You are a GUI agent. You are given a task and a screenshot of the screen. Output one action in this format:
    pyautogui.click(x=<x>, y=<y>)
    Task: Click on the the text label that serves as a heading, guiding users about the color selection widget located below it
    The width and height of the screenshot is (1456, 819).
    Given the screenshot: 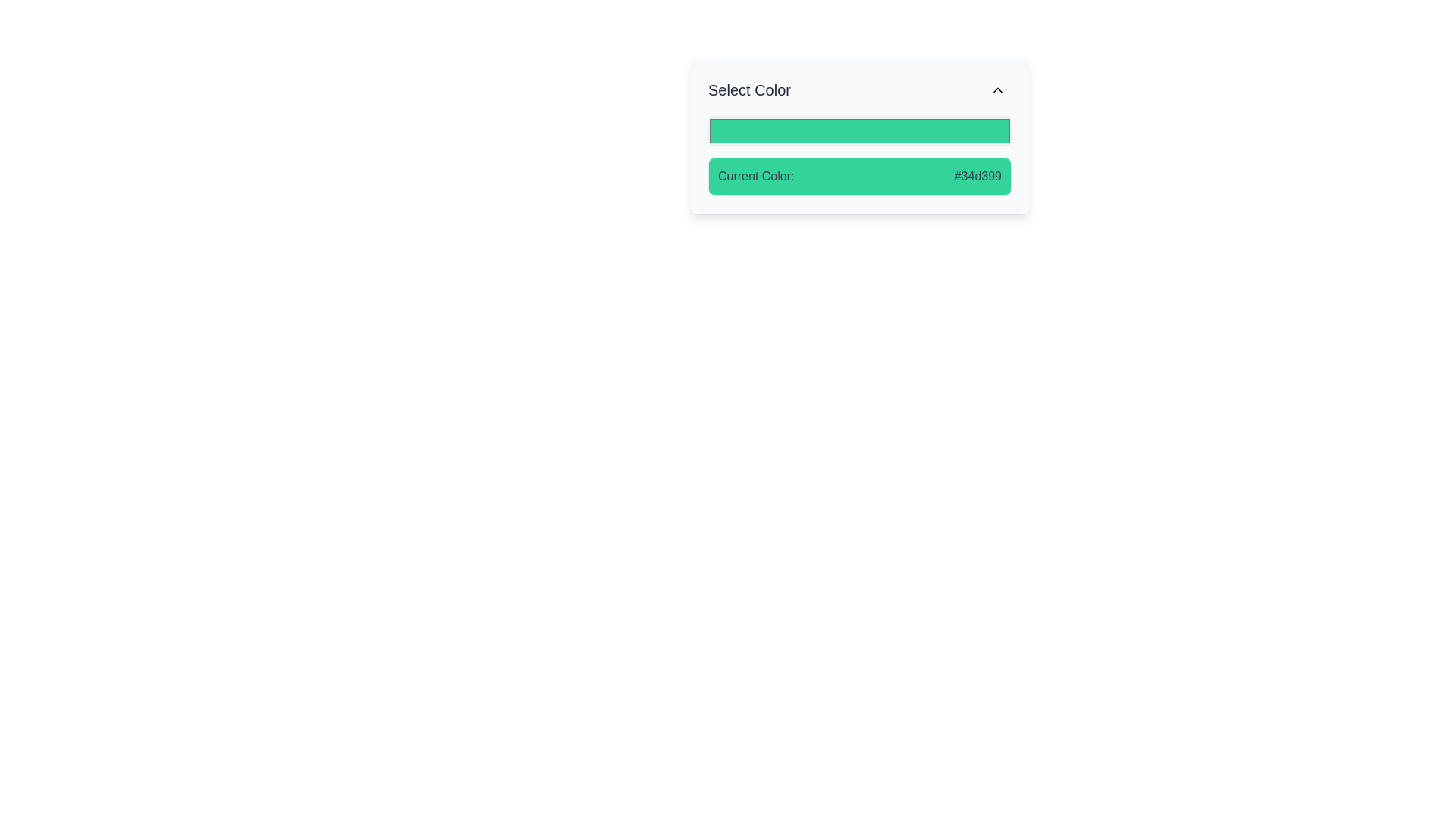 What is the action you would take?
    pyautogui.click(x=749, y=90)
    